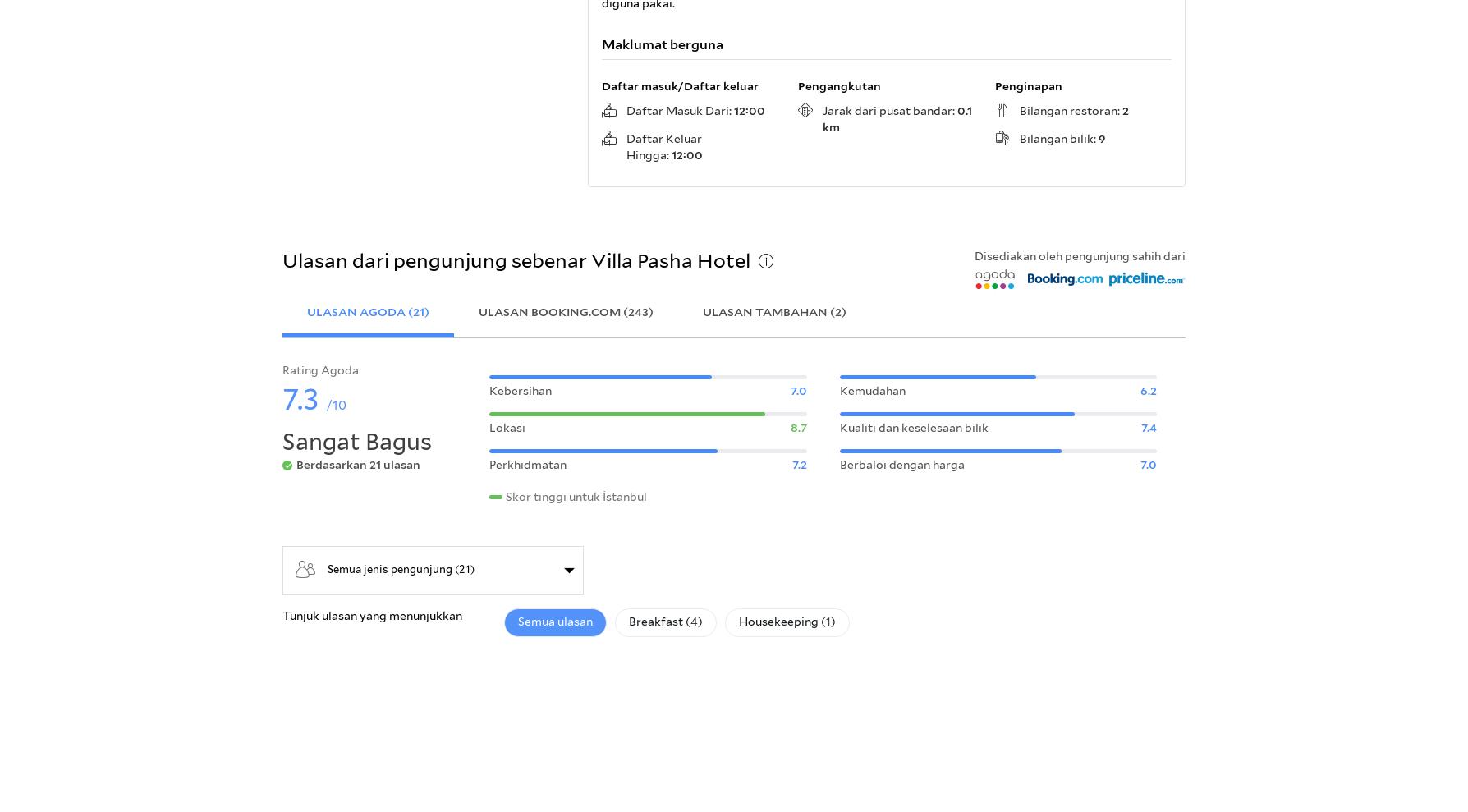  What do you see at coordinates (797, 427) in the screenshot?
I see `'8.7'` at bounding box center [797, 427].